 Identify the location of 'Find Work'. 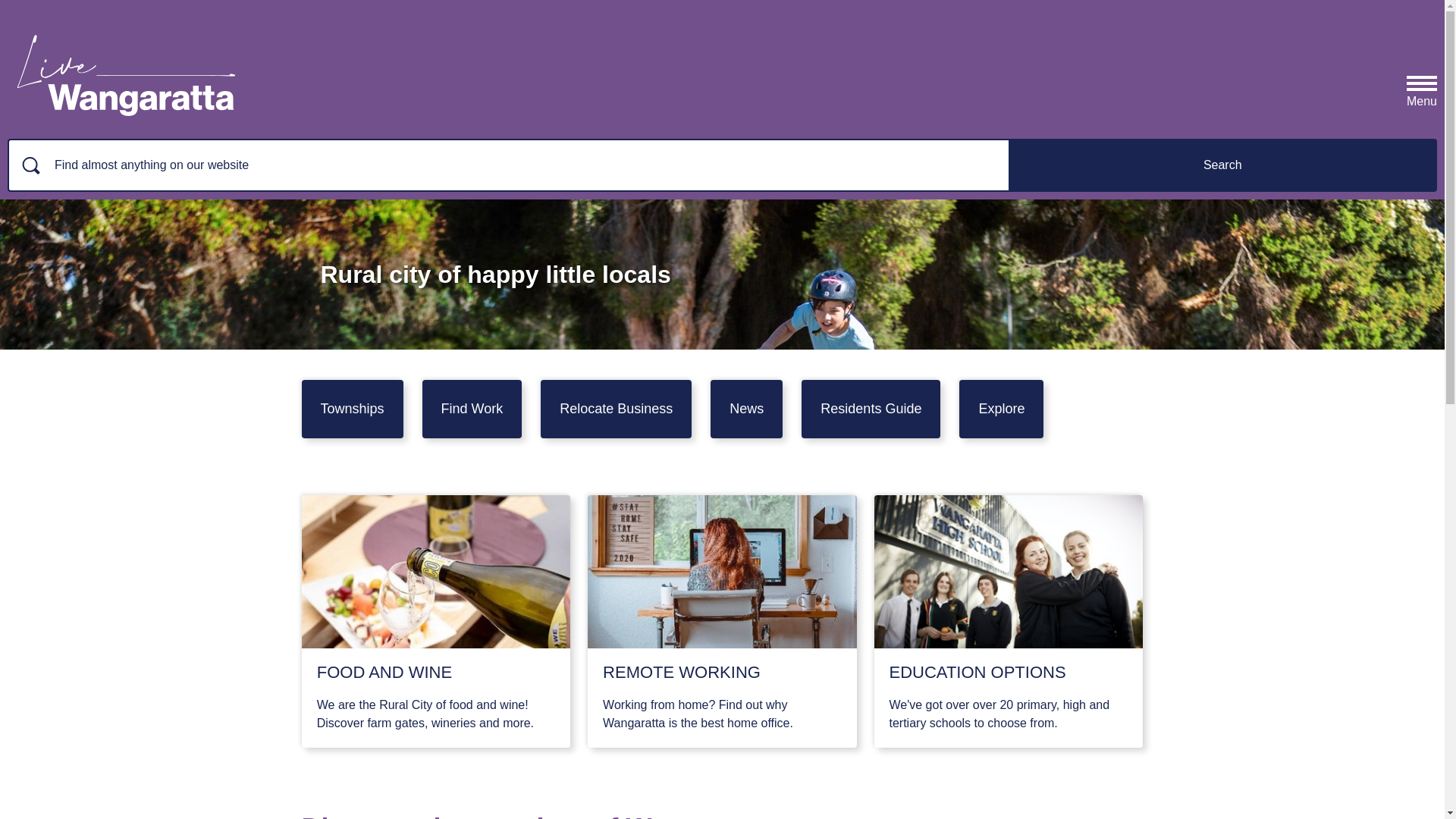
(422, 408).